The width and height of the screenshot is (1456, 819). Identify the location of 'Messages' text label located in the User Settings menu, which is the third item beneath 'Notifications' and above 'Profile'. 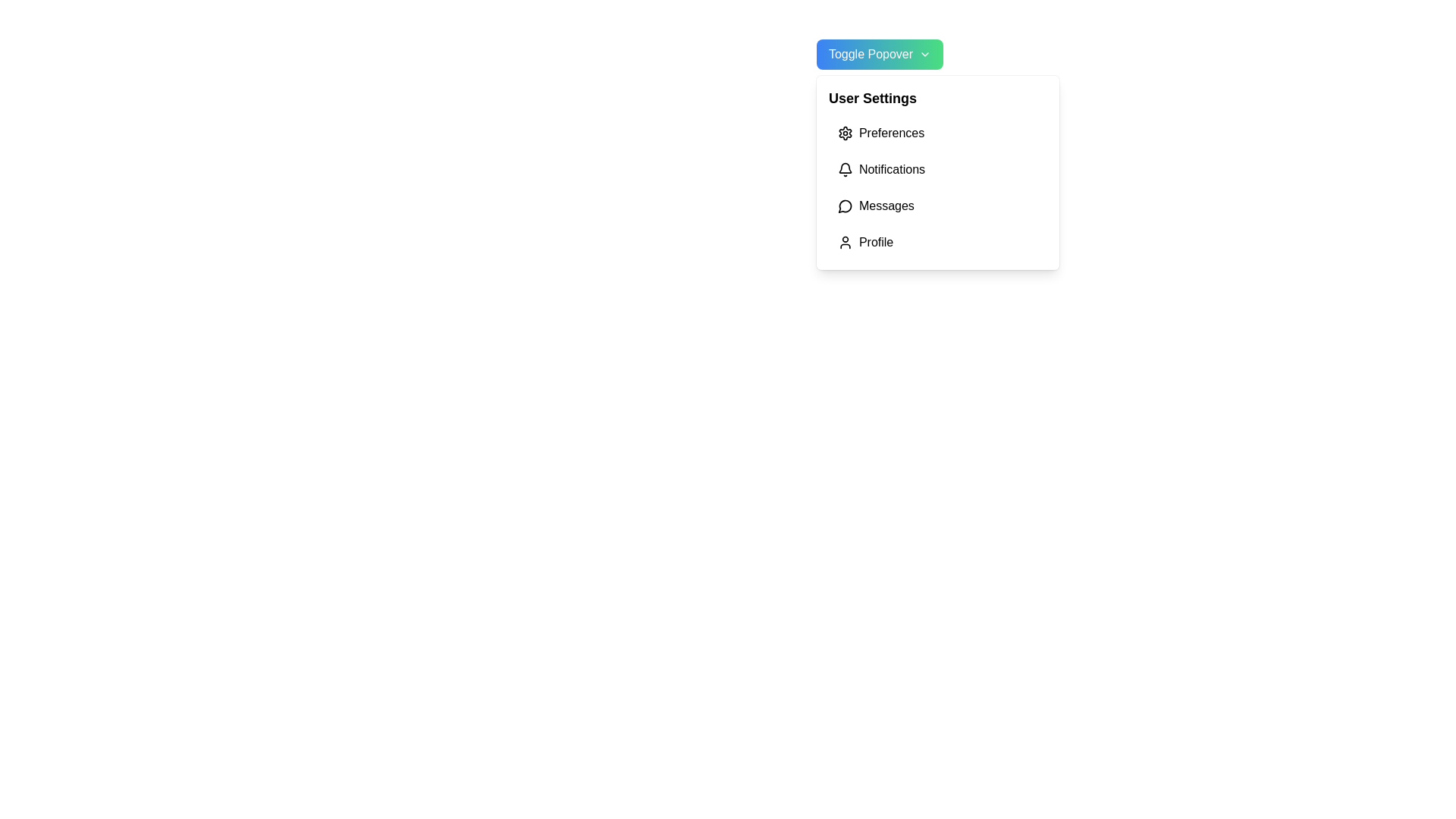
(886, 206).